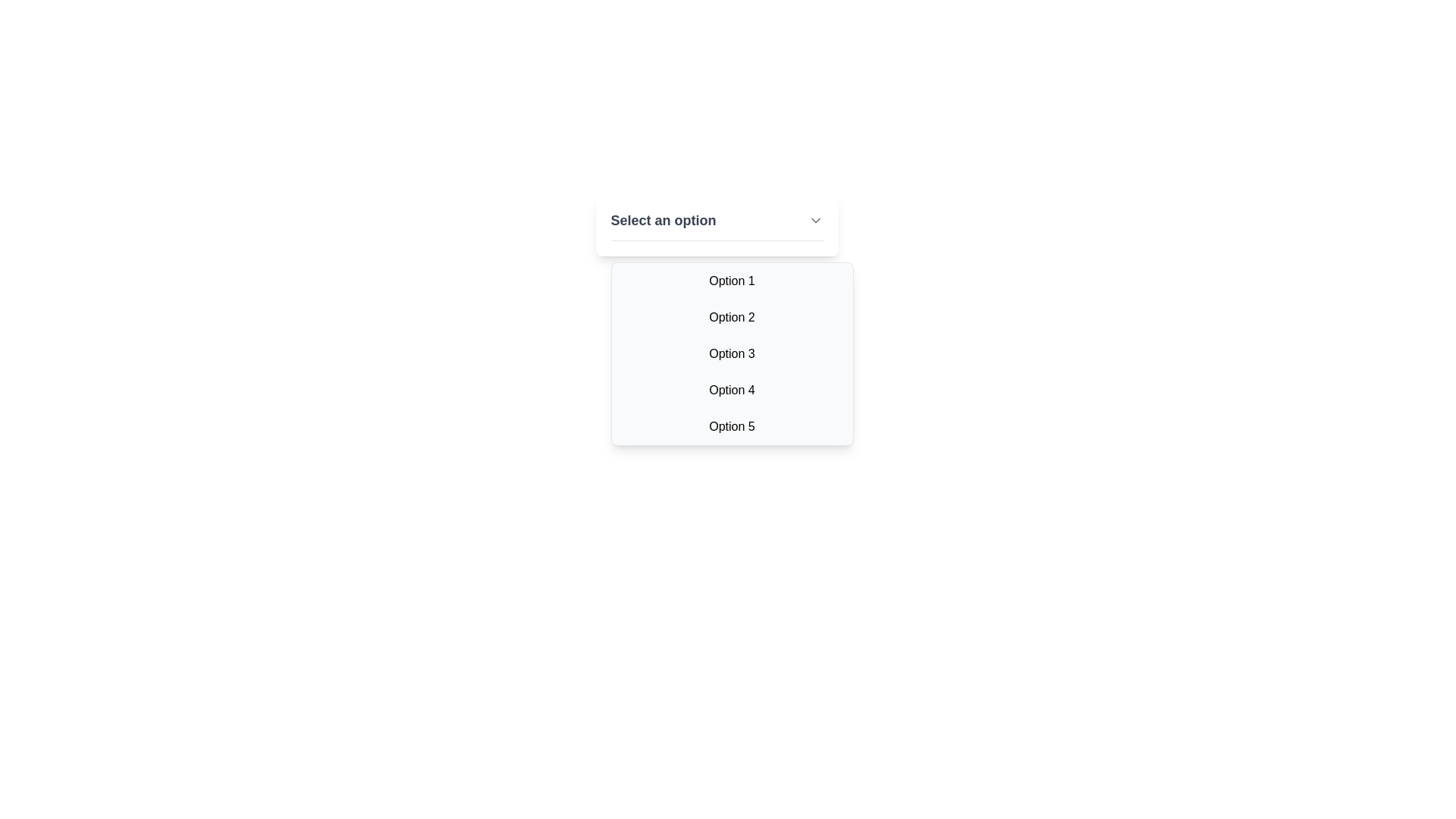 The height and width of the screenshot is (819, 1456). Describe the element at coordinates (732, 390) in the screenshot. I see `the fourth item in the dropdown menu` at that location.